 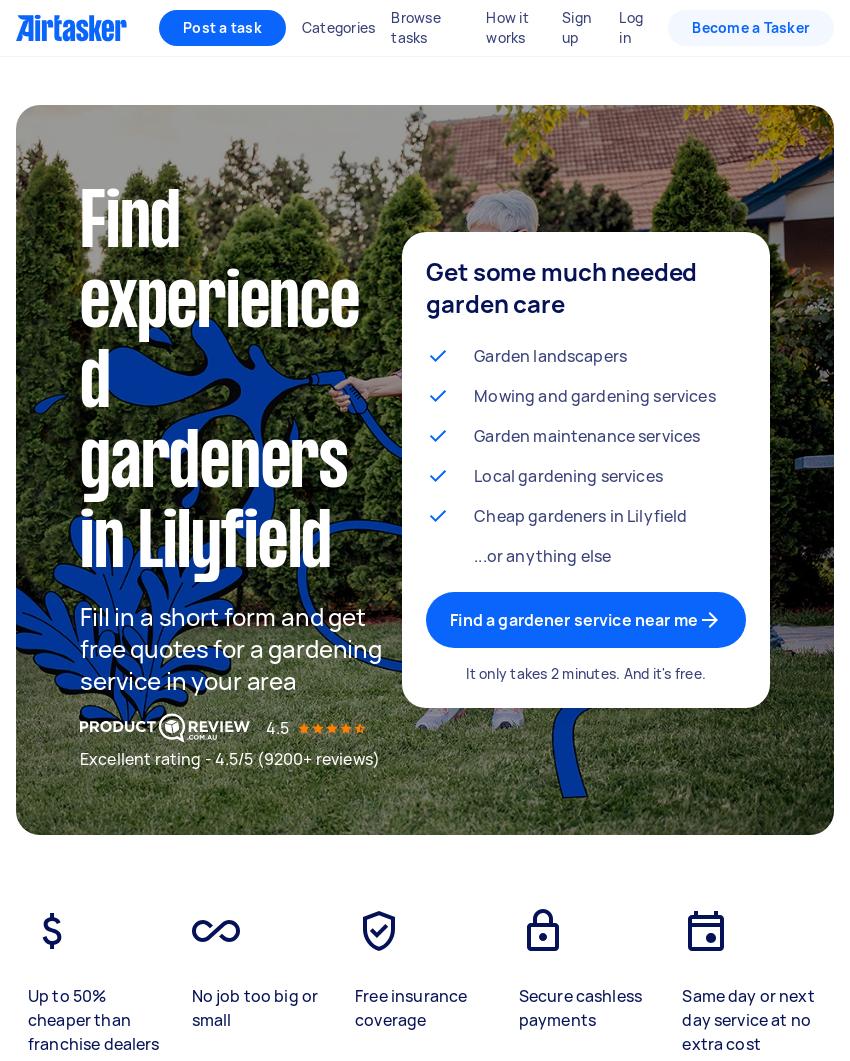 What do you see at coordinates (576, 27) in the screenshot?
I see `'Sign up'` at bounding box center [576, 27].